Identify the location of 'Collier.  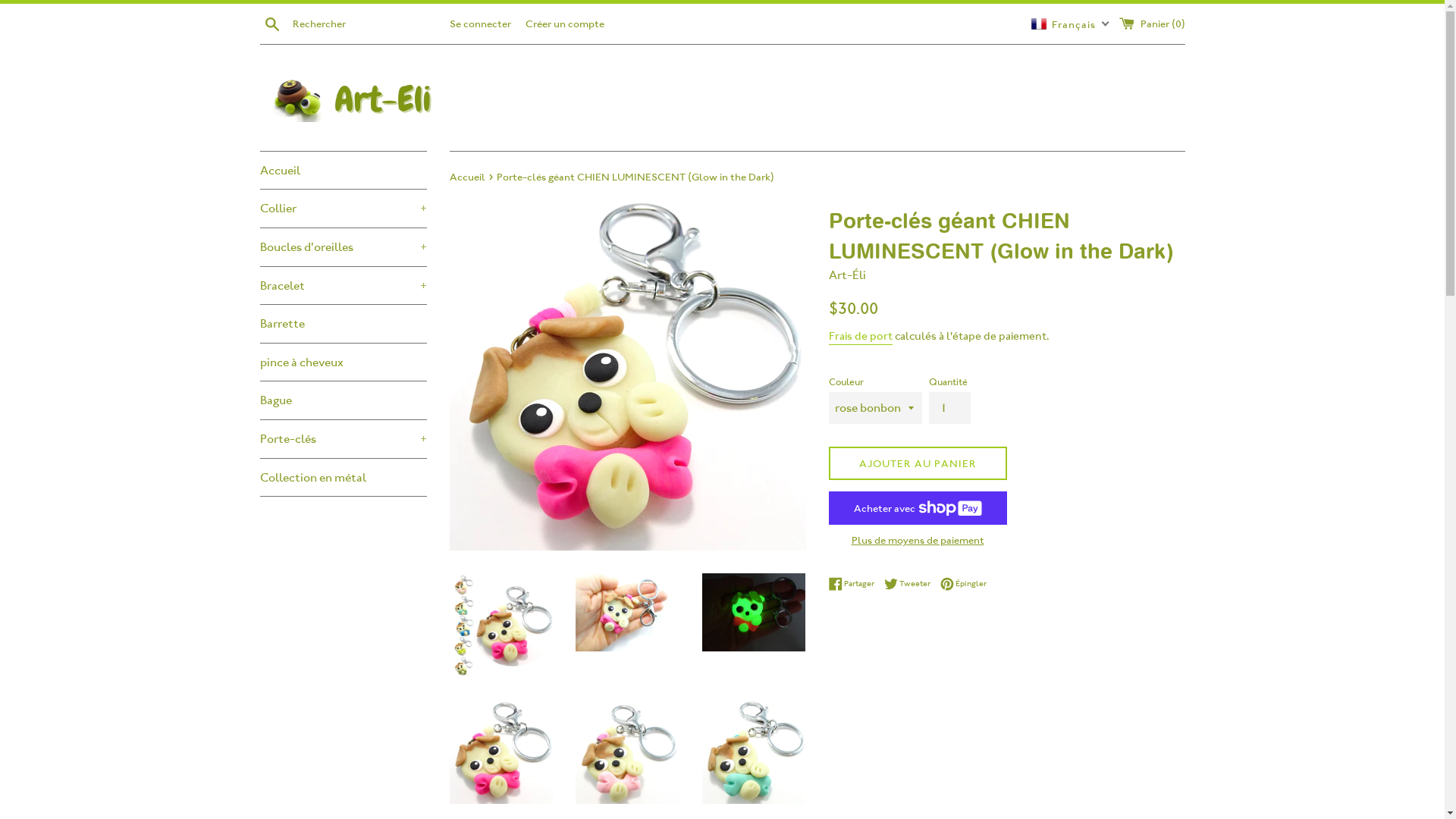
(341, 208).